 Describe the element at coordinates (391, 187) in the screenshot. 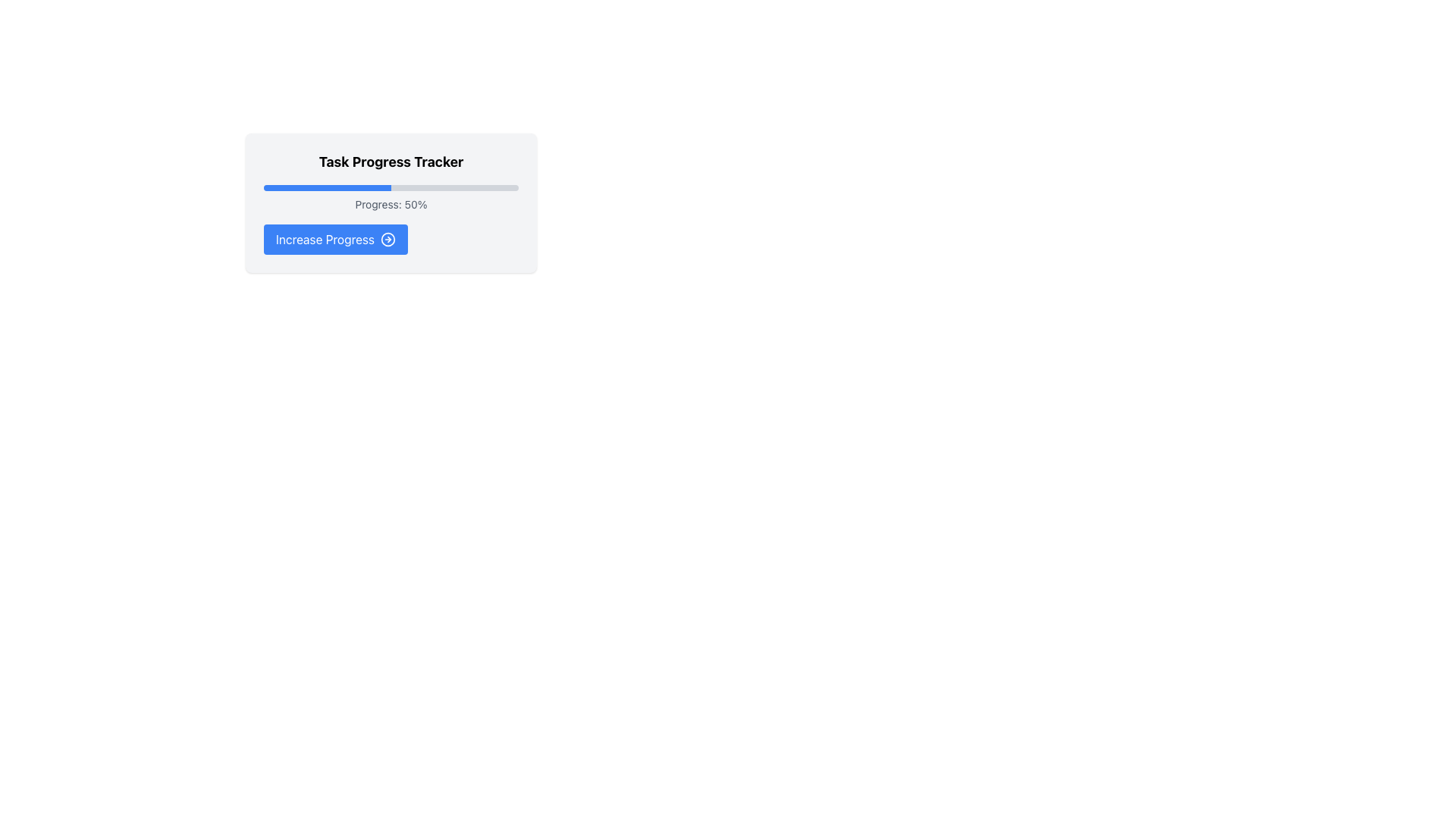

I see `the horizontal progress bar with a light gray background and blue fill, located below the 'Task Progress Tracker' title and above the 'Progress: 50%' label` at that location.